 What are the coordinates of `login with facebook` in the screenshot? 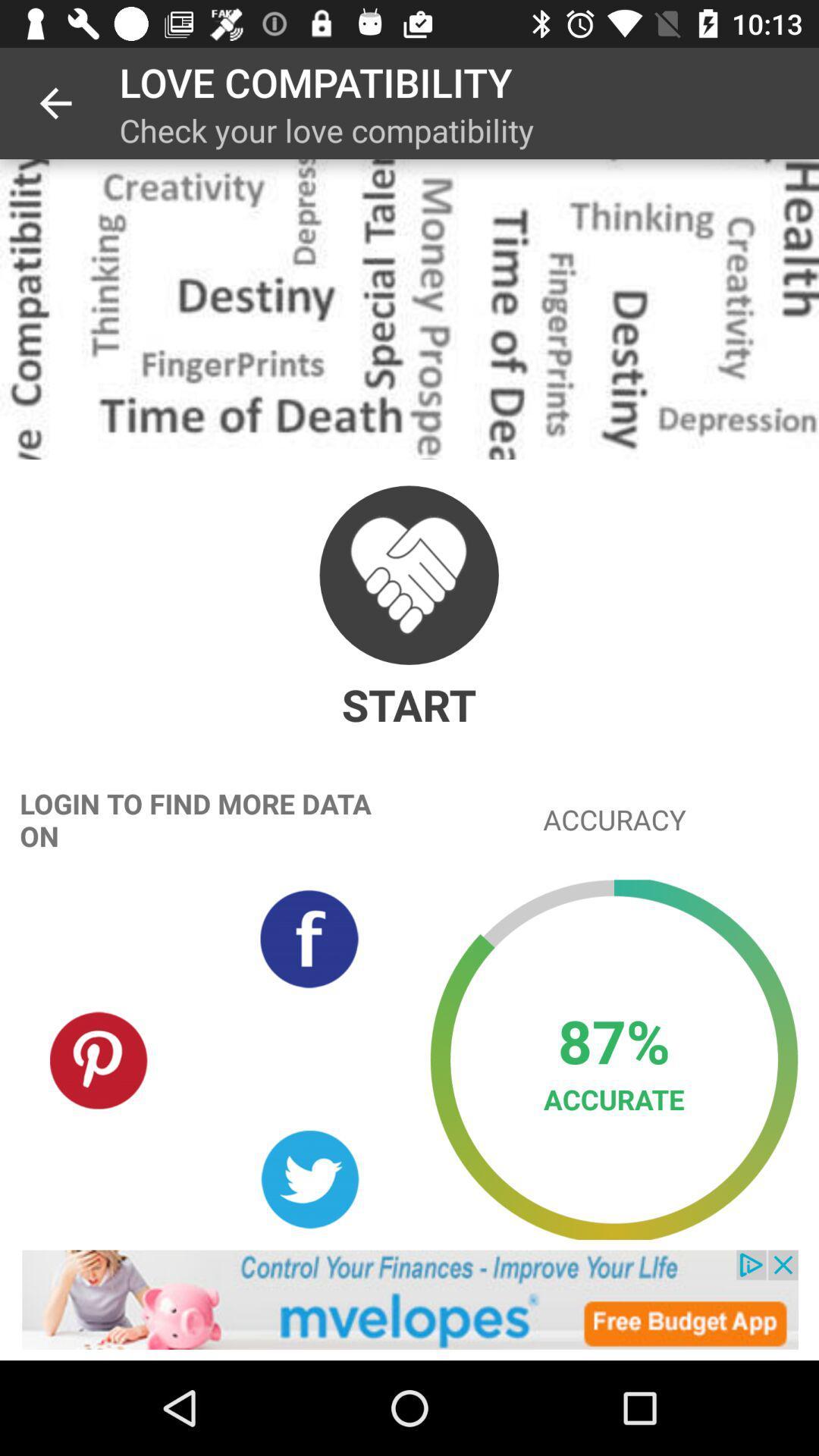 It's located at (309, 938).